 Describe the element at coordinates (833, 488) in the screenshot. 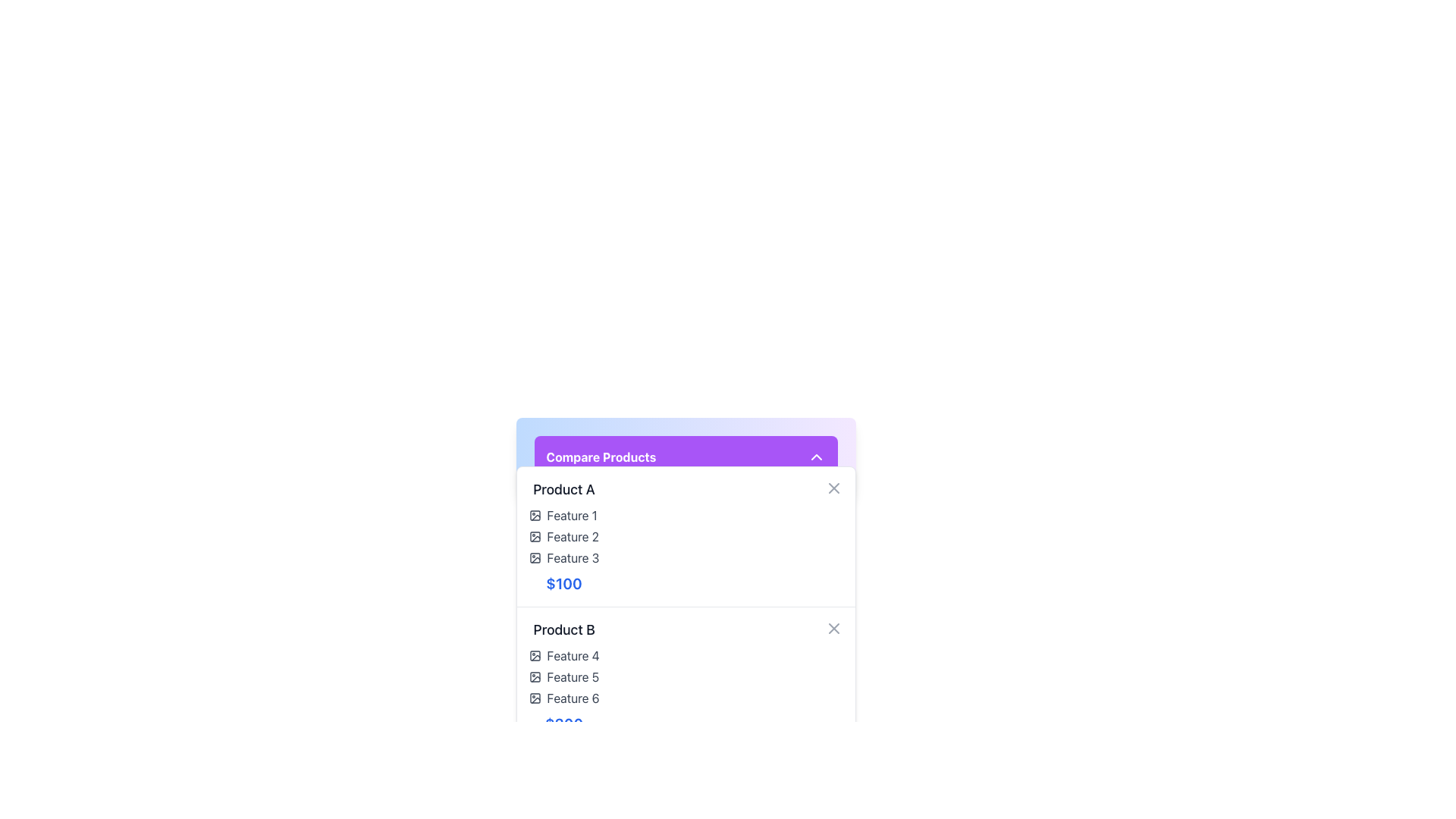

I see `the Close/Remove icon button located in the top-right corner of the 'Product A' card to change its color` at that location.